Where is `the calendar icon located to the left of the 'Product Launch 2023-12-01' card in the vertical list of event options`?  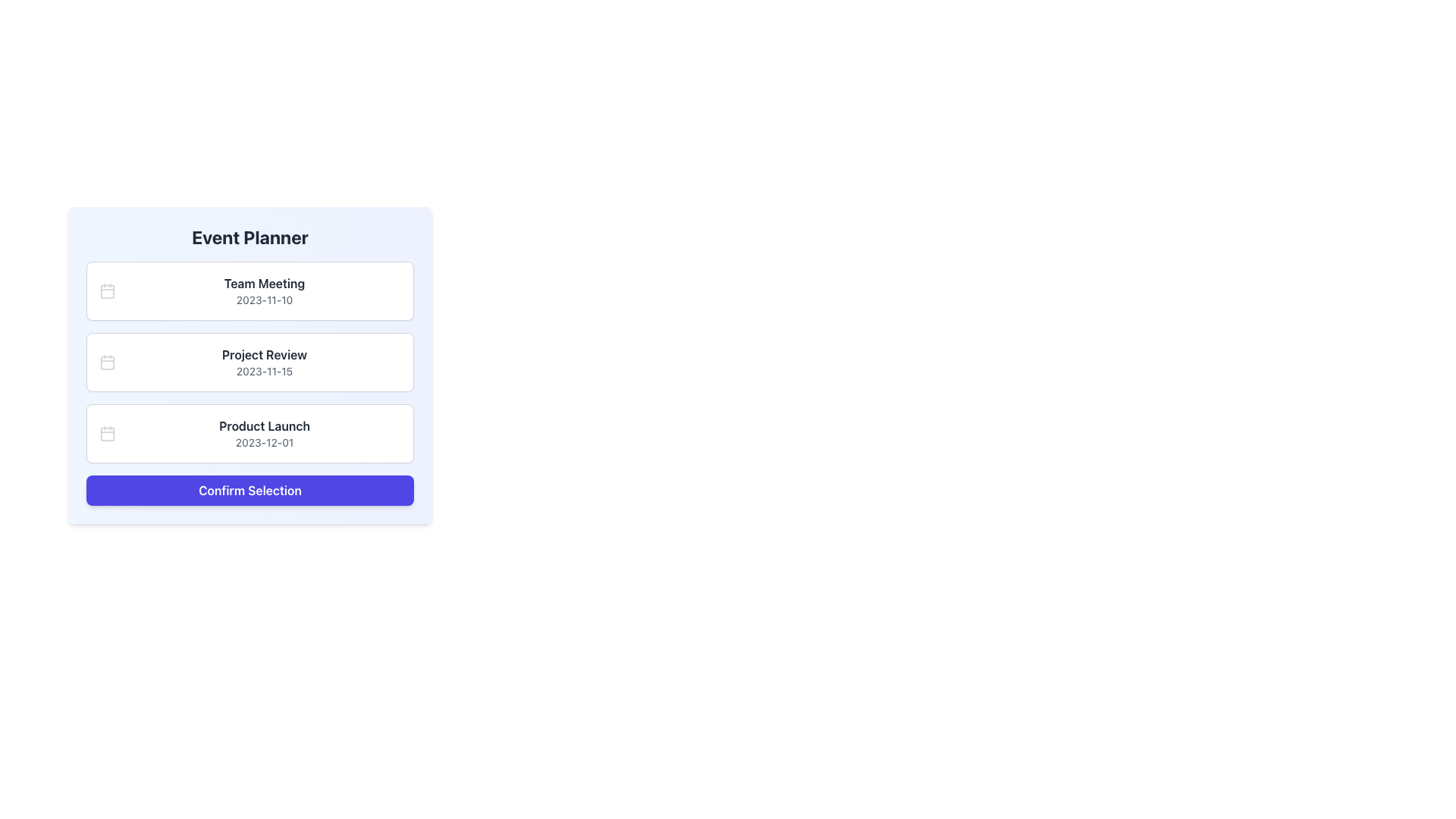
the calendar icon located to the left of the 'Product Launch 2023-12-01' card in the vertical list of event options is located at coordinates (107, 433).